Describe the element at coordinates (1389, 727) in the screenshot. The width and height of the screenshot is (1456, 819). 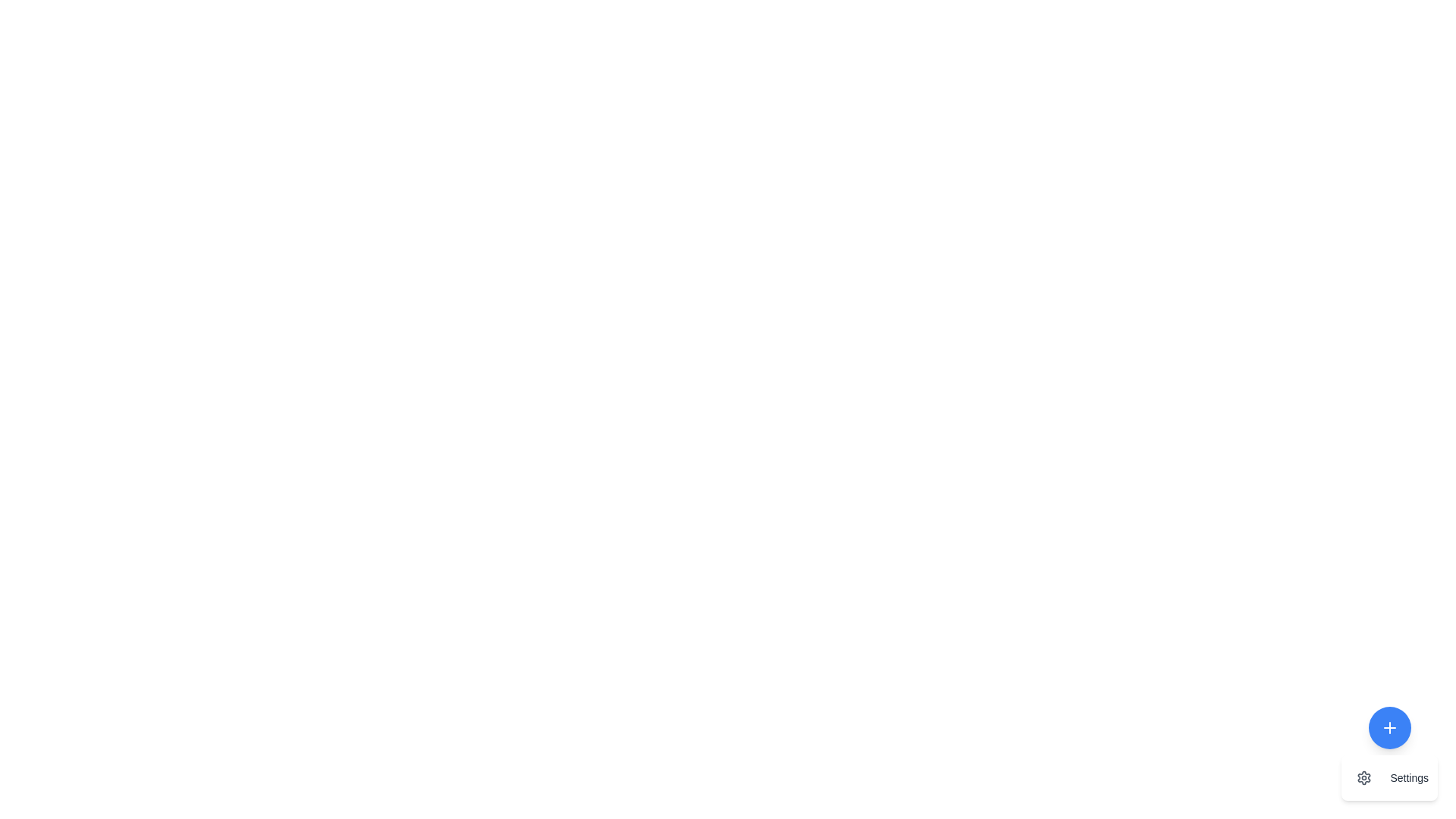
I see `the SVG icon within the circular blue button located at the bottom-right corner of the layout` at that location.